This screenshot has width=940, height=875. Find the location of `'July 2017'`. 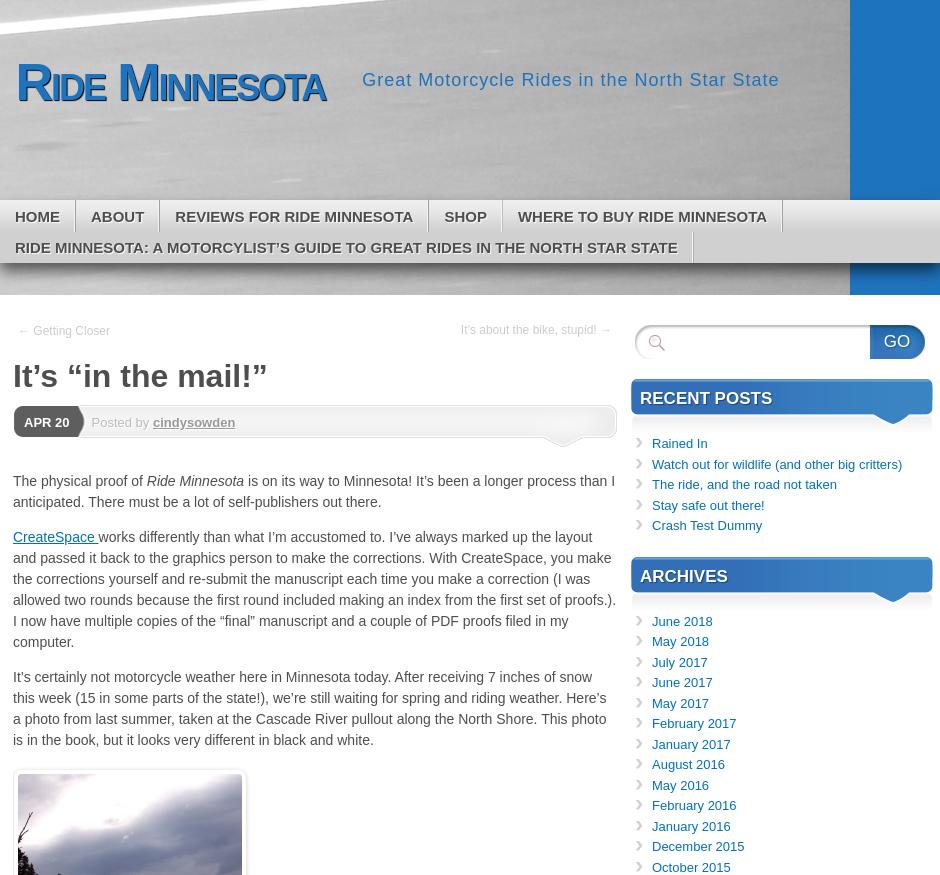

'July 2017' is located at coordinates (678, 660).